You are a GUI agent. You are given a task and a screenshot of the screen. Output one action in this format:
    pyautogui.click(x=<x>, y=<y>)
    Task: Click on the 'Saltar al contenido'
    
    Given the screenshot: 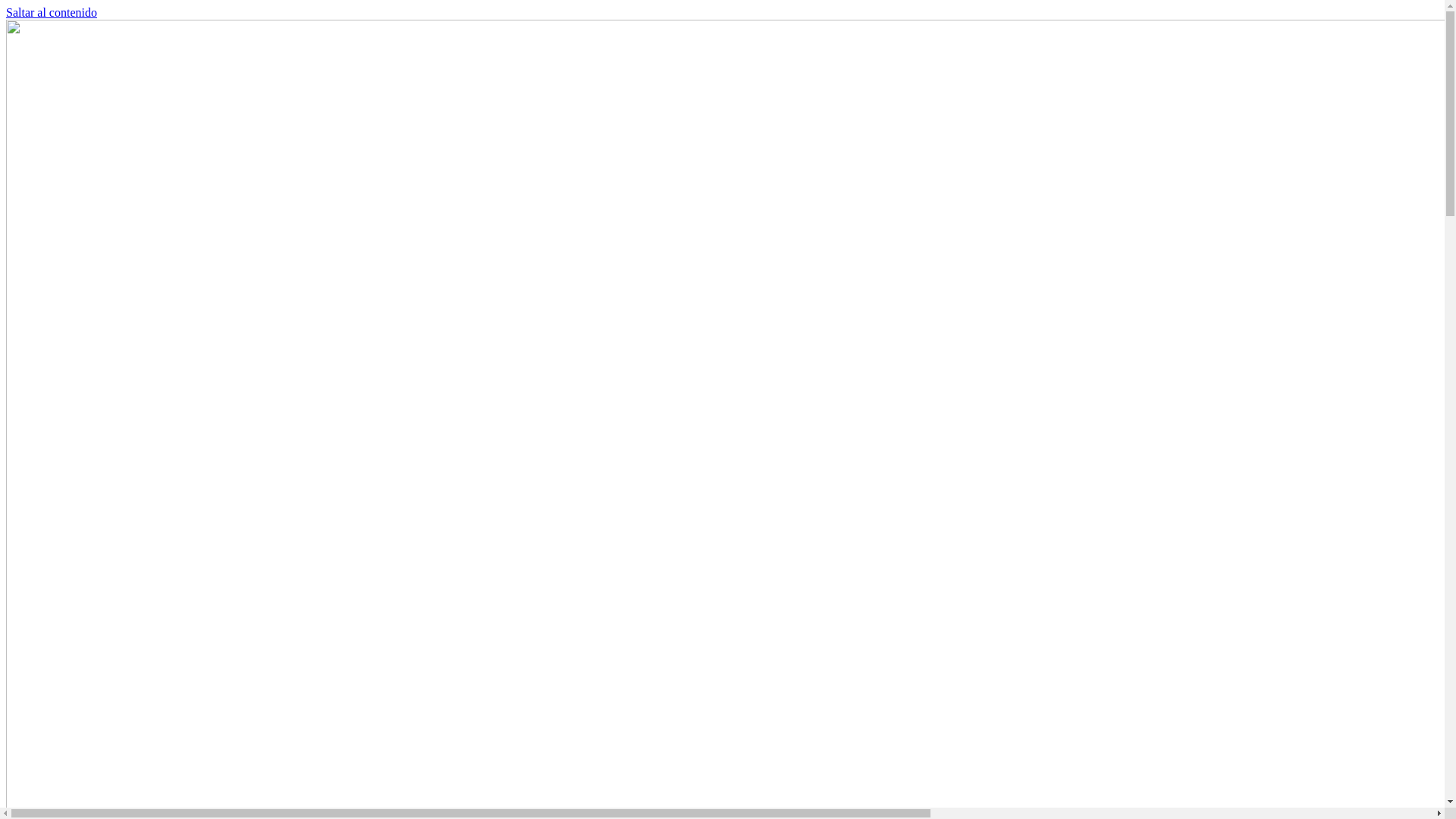 What is the action you would take?
    pyautogui.click(x=51, y=12)
    